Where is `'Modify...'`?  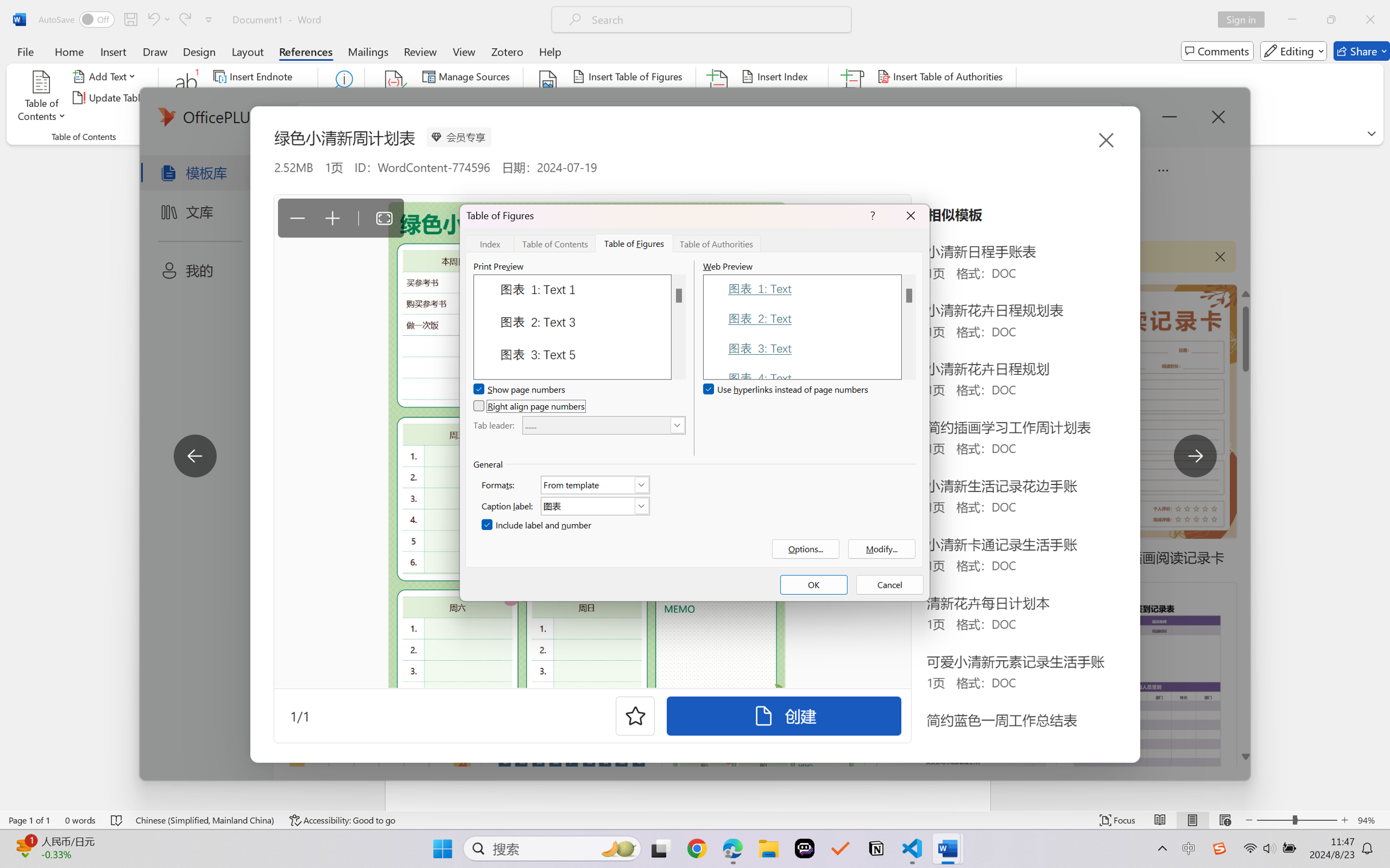
'Modify...' is located at coordinates (881, 548).